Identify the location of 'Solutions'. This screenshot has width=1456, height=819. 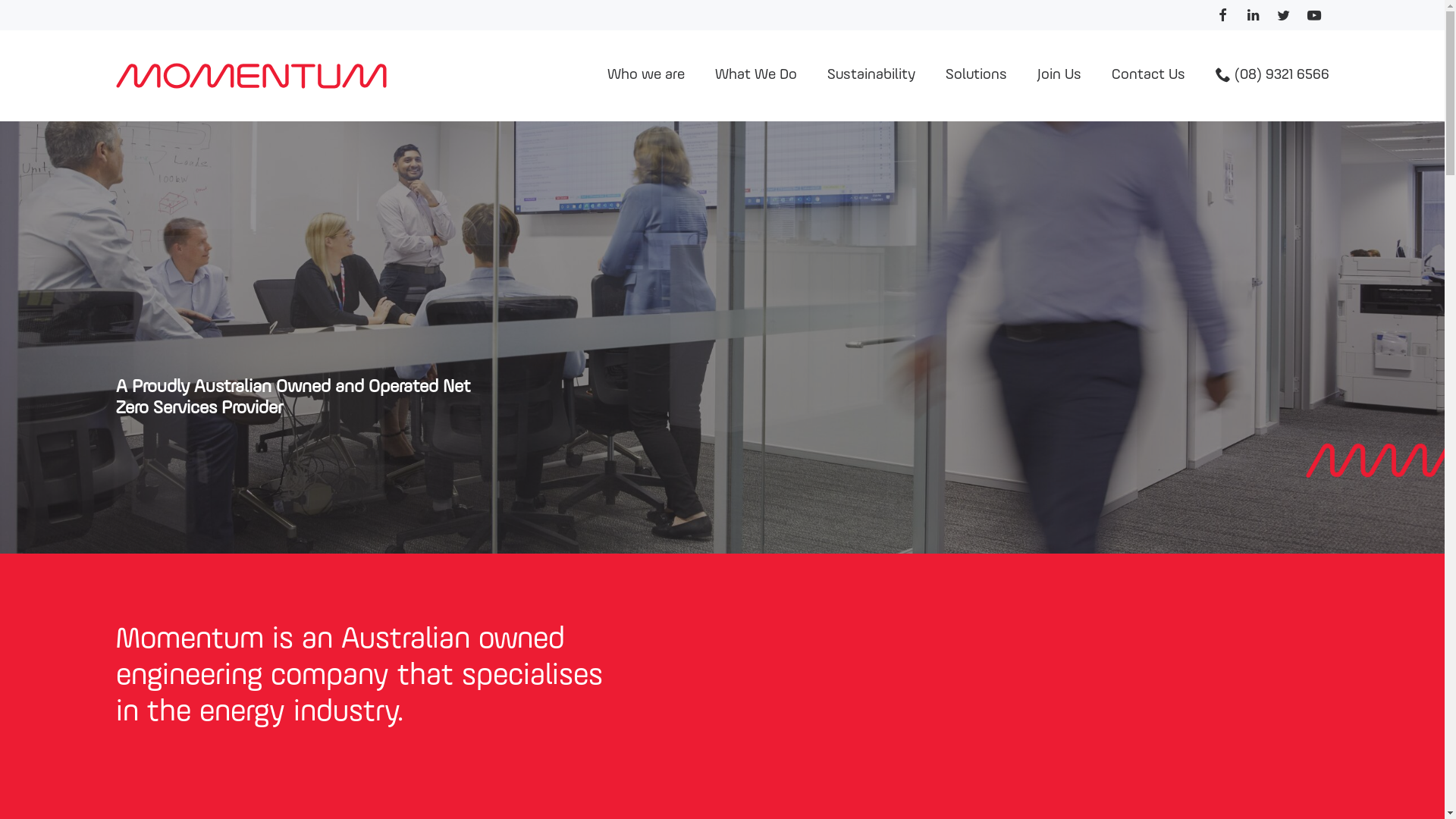
(975, 76).